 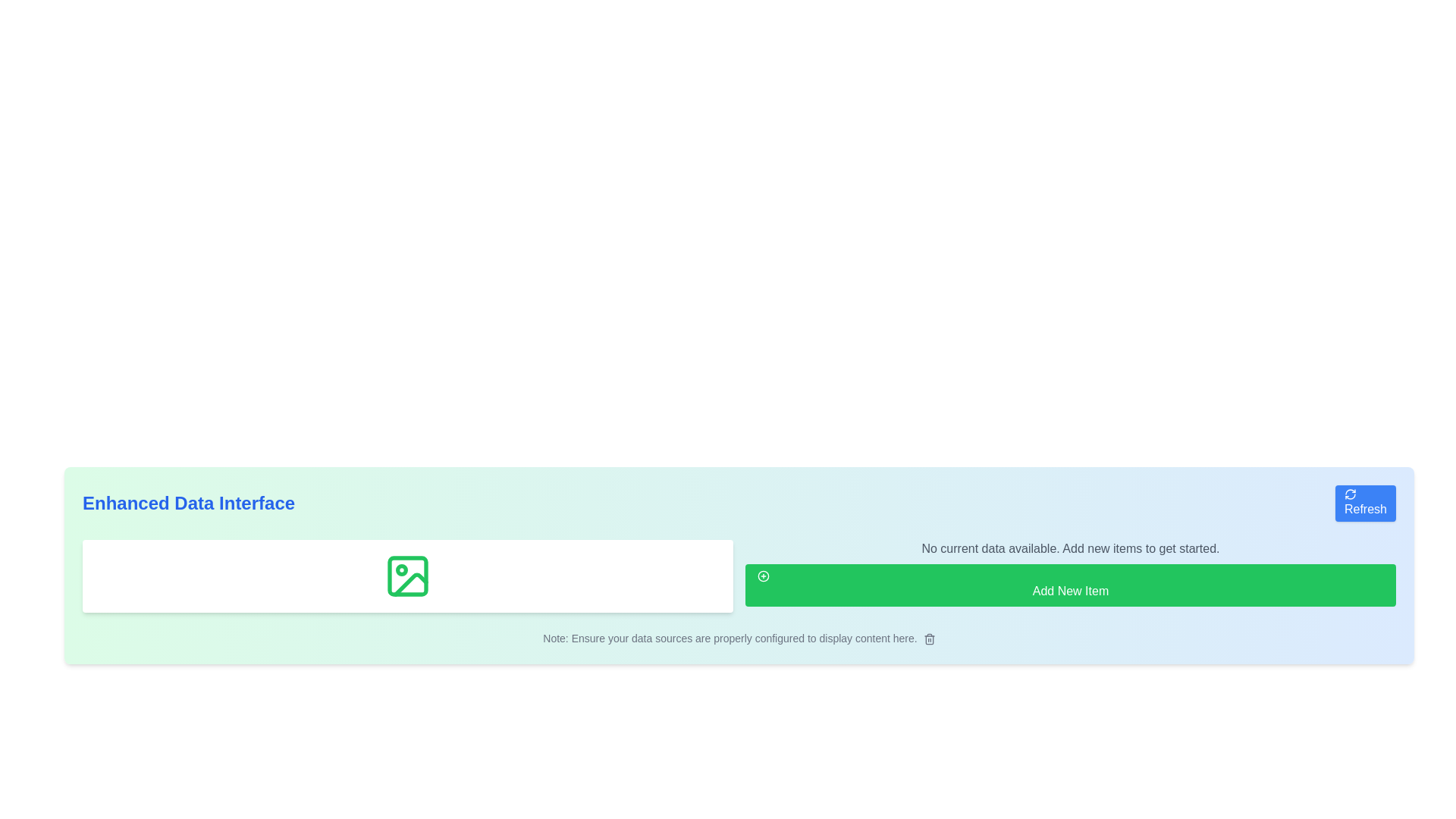 What do you see at coordinates (764, 576) in the screenshot?
I see `the circular icon with a plus sign inside it, located within the 'Add New Item' green button, positioned to the left of the text label` at bounding box center [764, 576].